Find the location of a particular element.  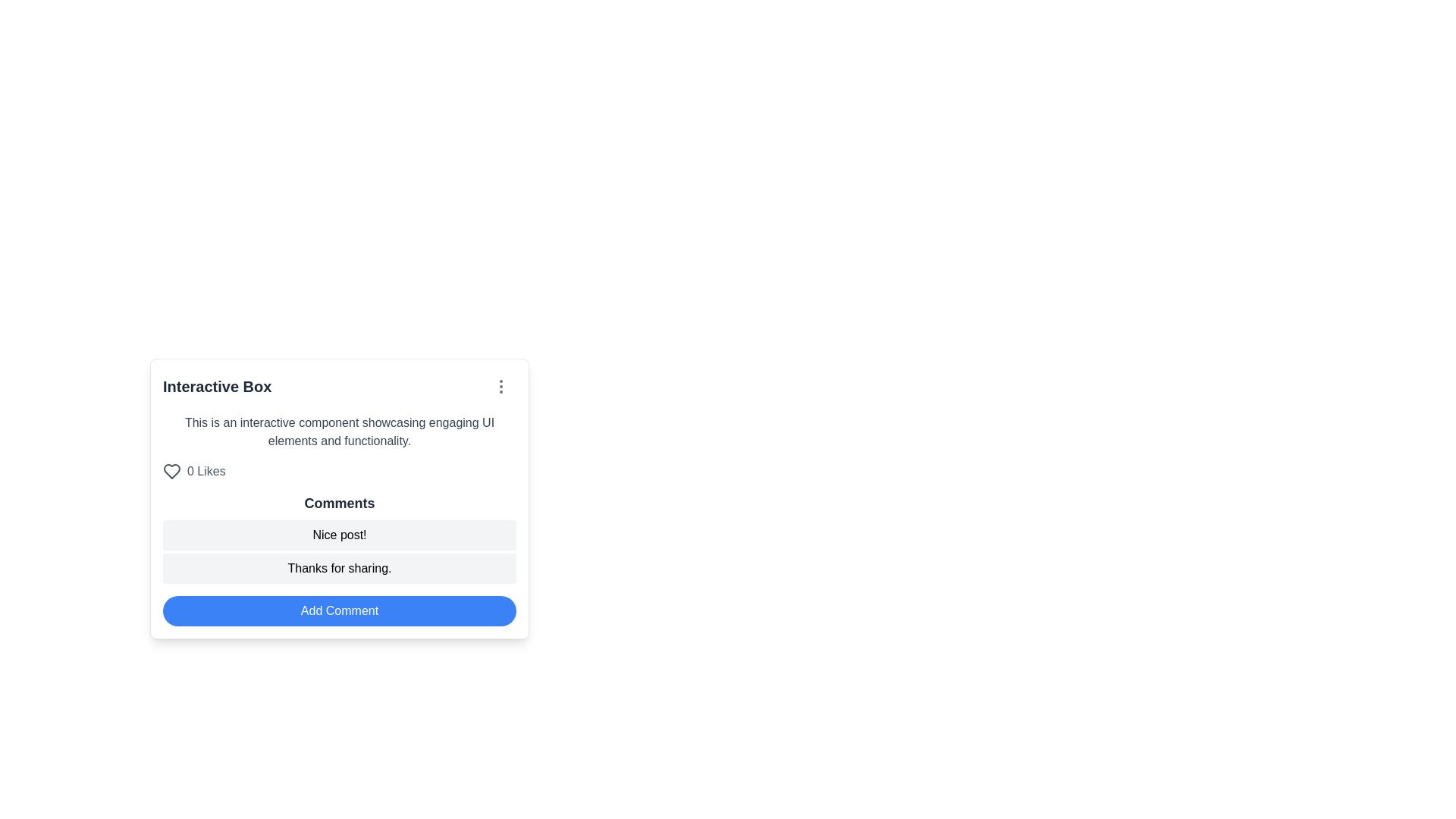

the heart-shaped icon with a hollow center that represents likes, located to the left of the '0 Likes' text in the top-left section of the 'Interactive Box' is located at coordinates (171, 470).